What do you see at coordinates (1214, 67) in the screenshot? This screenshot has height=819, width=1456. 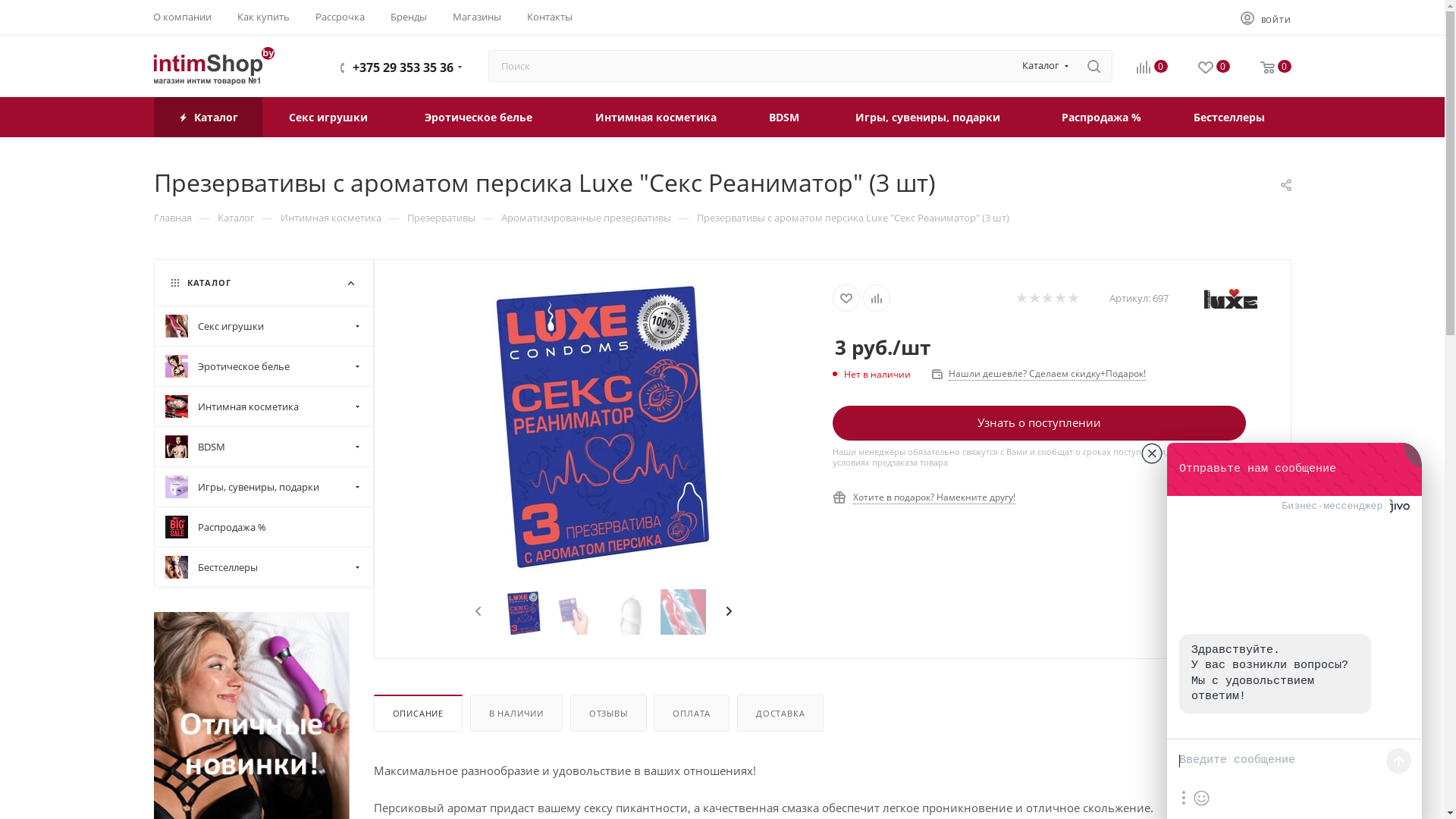 I see `'0'` at bounding box center [1214, 67].